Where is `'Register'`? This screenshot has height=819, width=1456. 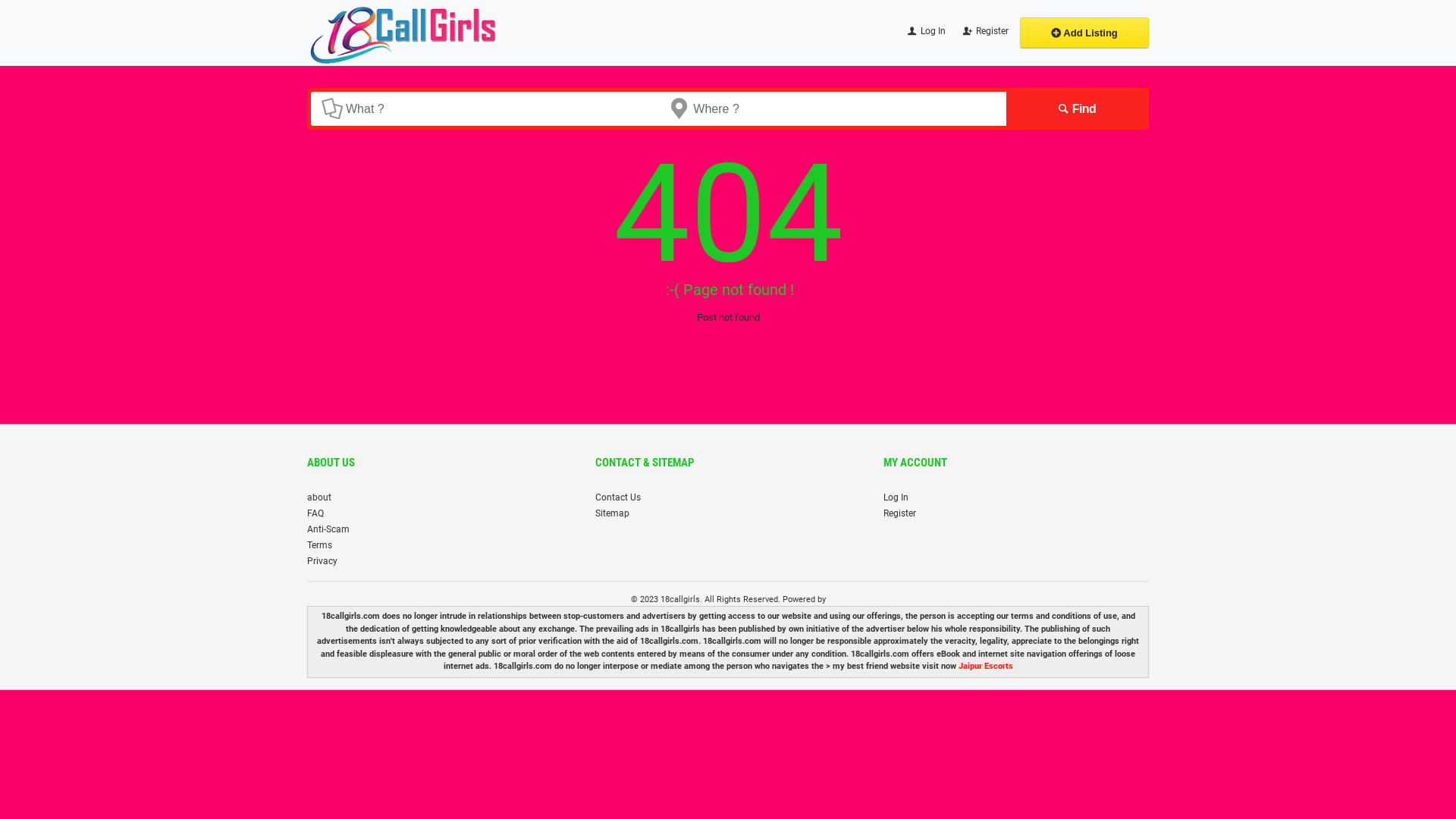 'Register' is located at coordinates (984, 32).